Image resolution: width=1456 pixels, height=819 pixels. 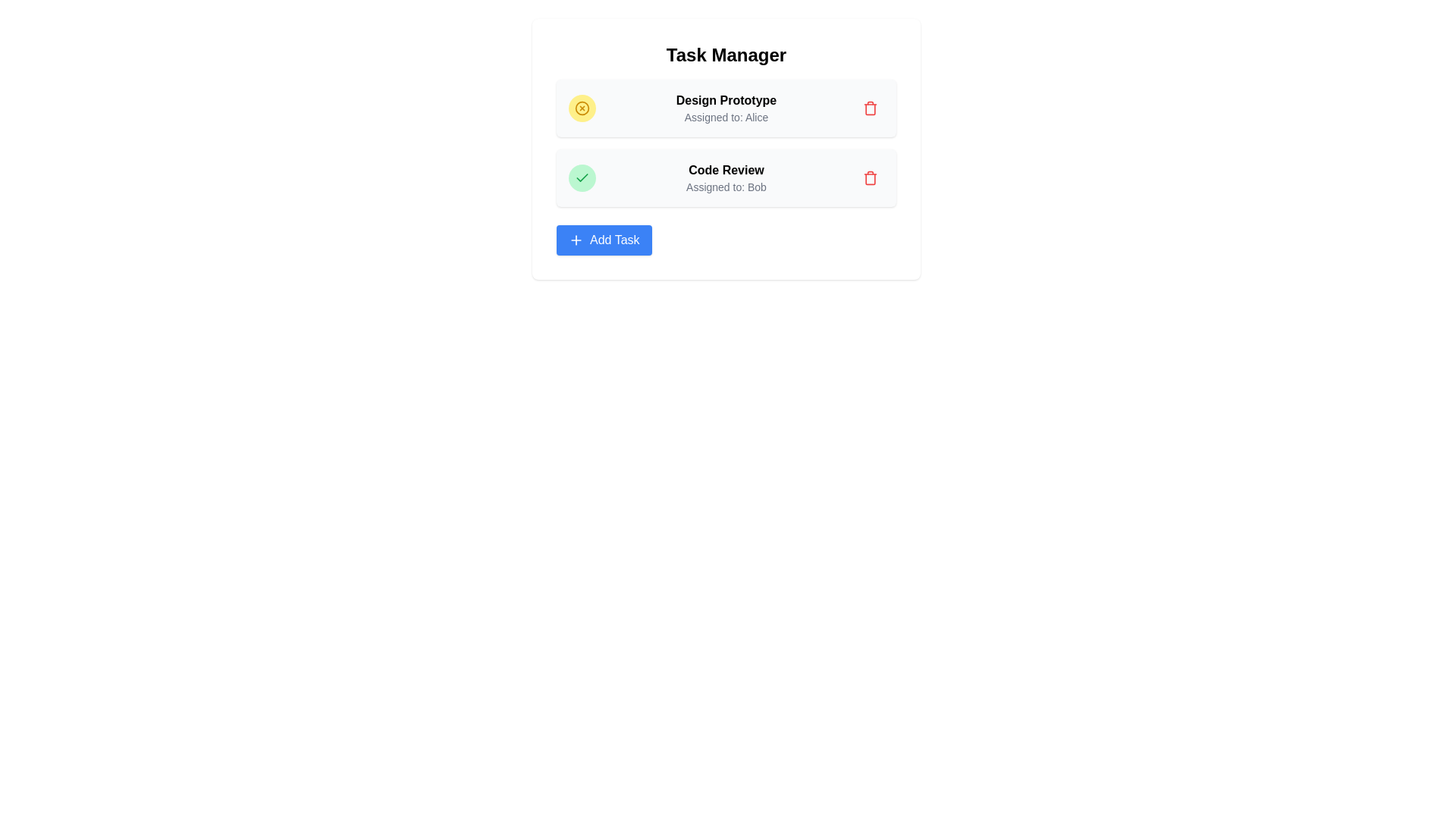 What do you see at coordinates (870, 108) in the screenshot?
I see `the body of the trash icon, which visually represents a delete or remove action in the task manager interface` at bounding box center [870, 108].